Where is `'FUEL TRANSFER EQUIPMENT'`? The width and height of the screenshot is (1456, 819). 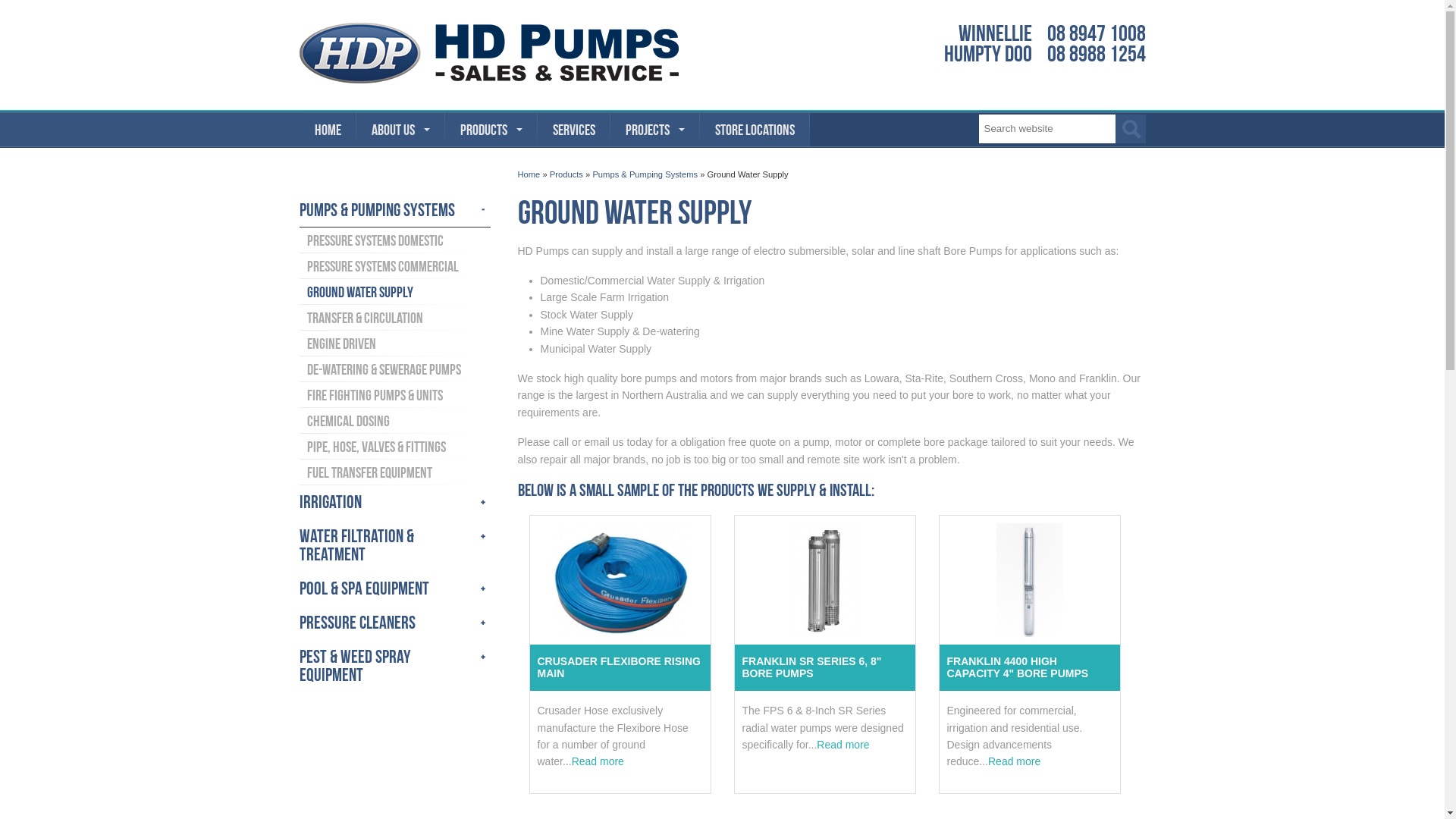
'FUEL TRANSFER EQUIPMENT' is located at coordinates (298, 472).